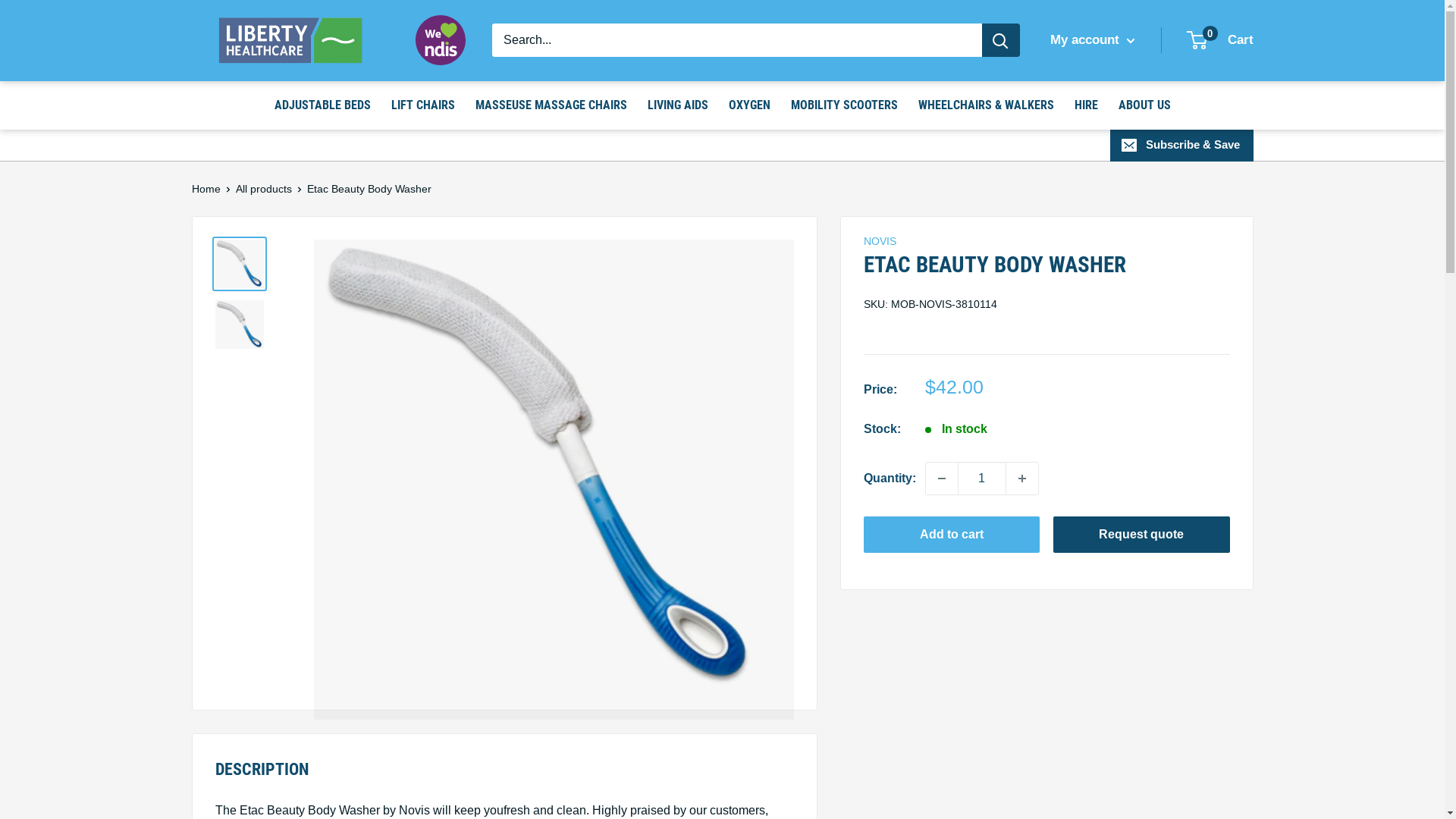 This screenshot has width=1456, height=819. I want to click on 'MASSEUSE MASSAGE CHAIRS', so click(549, 104).